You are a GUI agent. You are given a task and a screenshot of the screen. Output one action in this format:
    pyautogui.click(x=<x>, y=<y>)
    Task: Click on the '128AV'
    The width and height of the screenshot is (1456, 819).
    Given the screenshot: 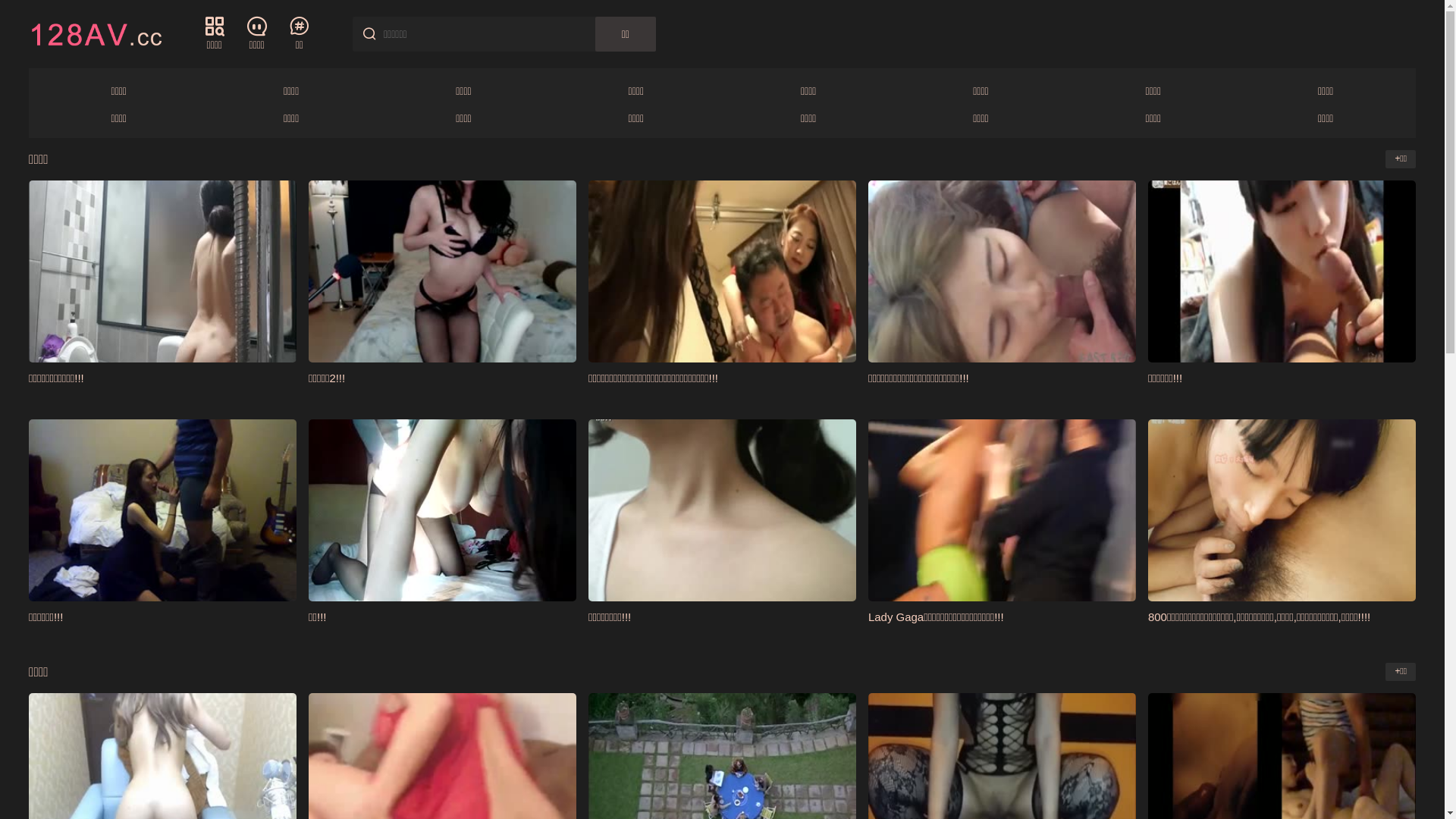 What is the action you would take?
    pyautogui.click(x=94, y=33)
    